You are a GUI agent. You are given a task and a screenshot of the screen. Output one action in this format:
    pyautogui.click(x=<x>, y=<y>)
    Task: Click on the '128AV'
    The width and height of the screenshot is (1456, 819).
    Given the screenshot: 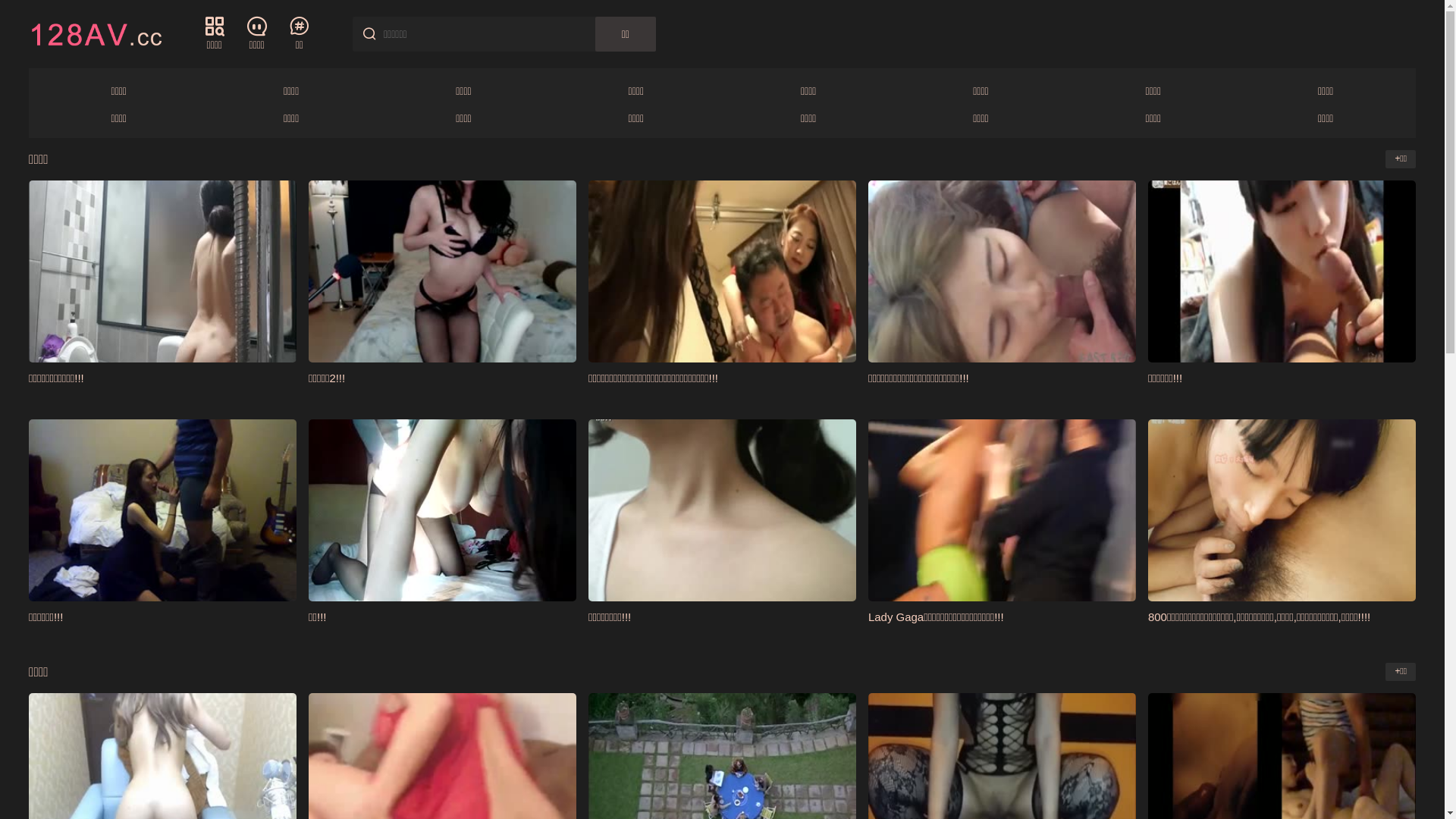 What is the action you would take?
    pyautogui.click(x=94, y=33)
    